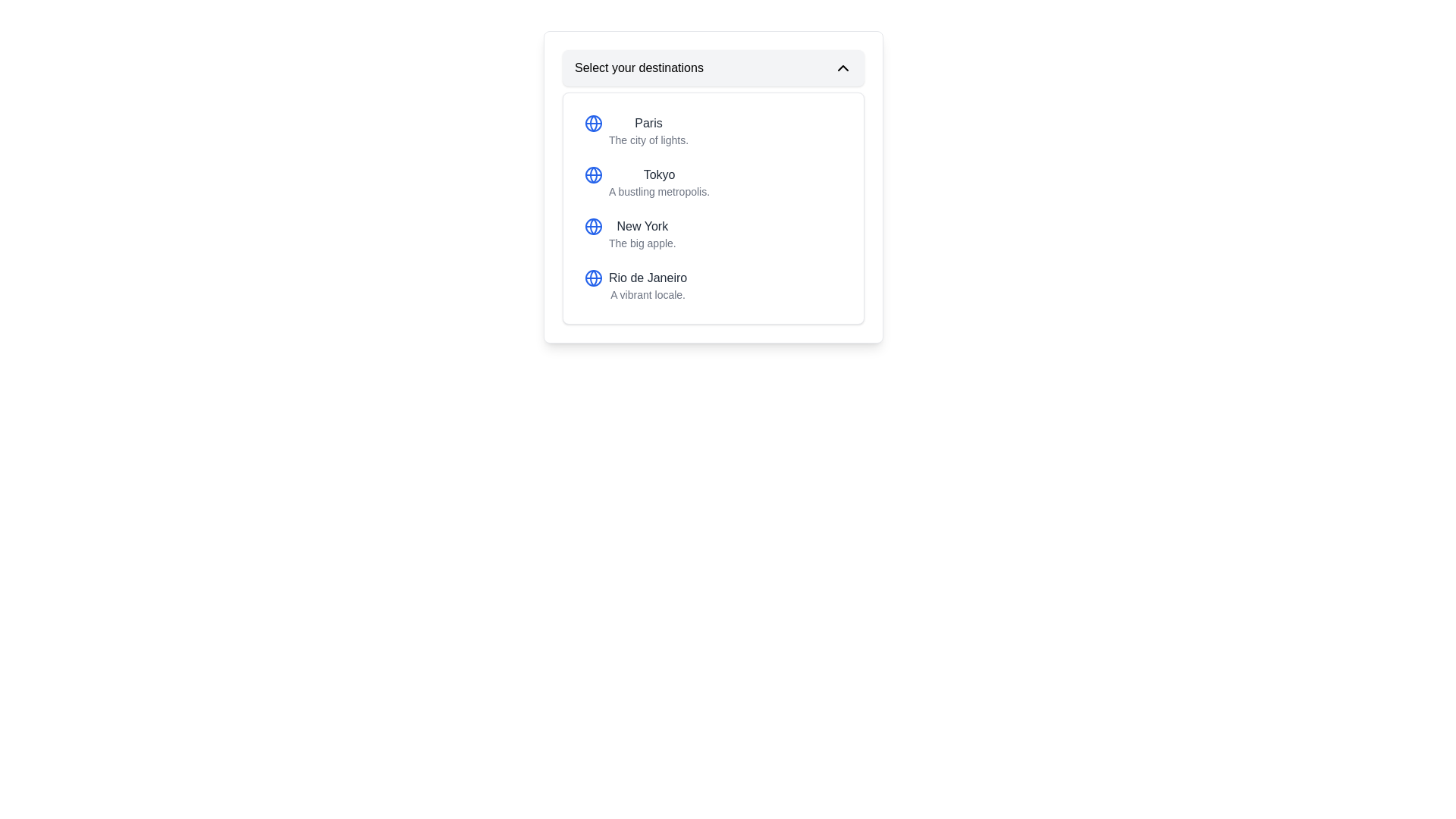 This screenshot has width=1456, height=819. Describe the element at coordinates (642, 234) in the screenshot. I see `the text display element that represents a specific destination, styled with a title and description, located as the third item in the list of destinations` at that location.